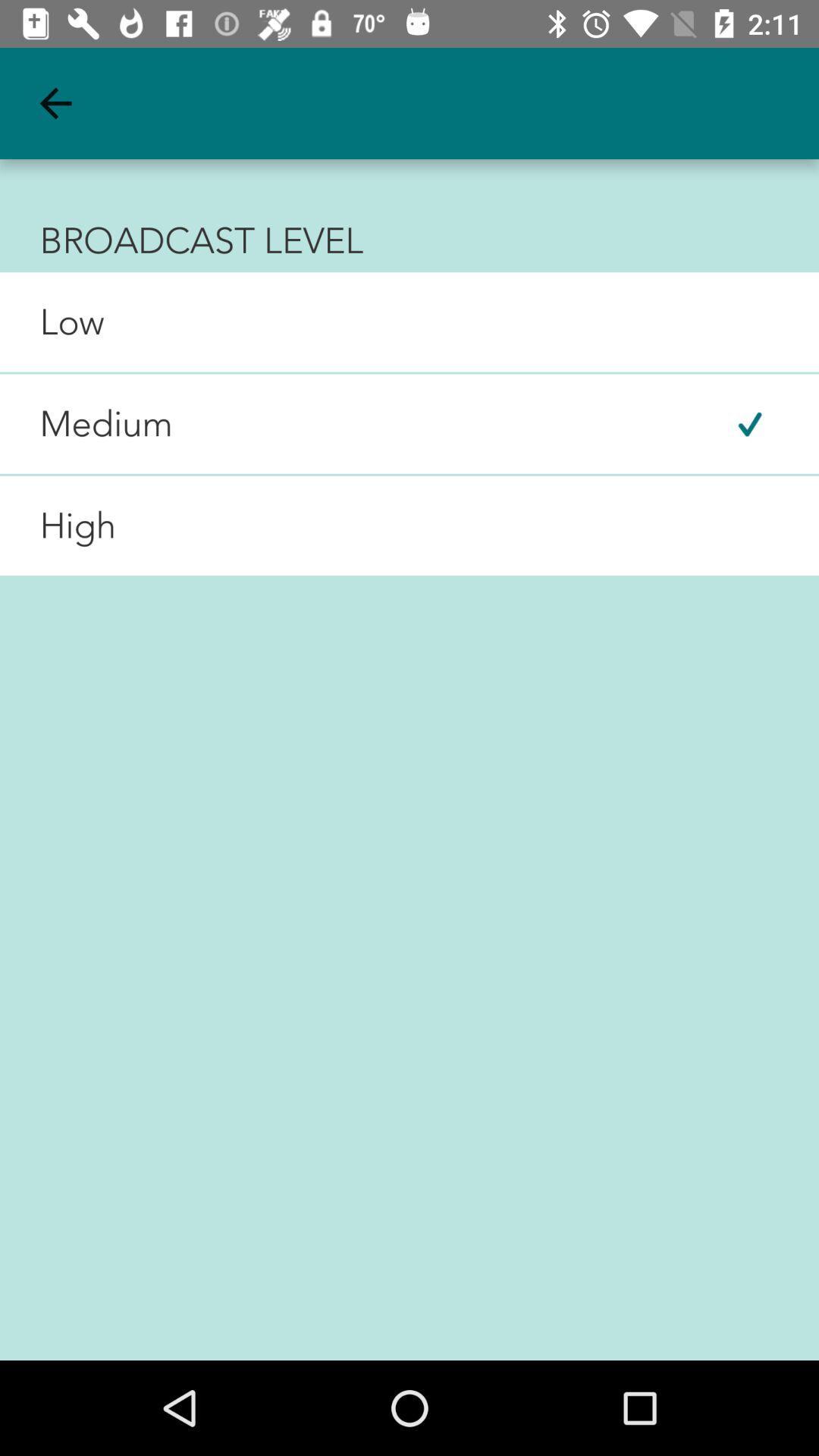 The height and width of the screenshot is (1456, 819). I want to click on the item next to the medium, so click(748, 424).